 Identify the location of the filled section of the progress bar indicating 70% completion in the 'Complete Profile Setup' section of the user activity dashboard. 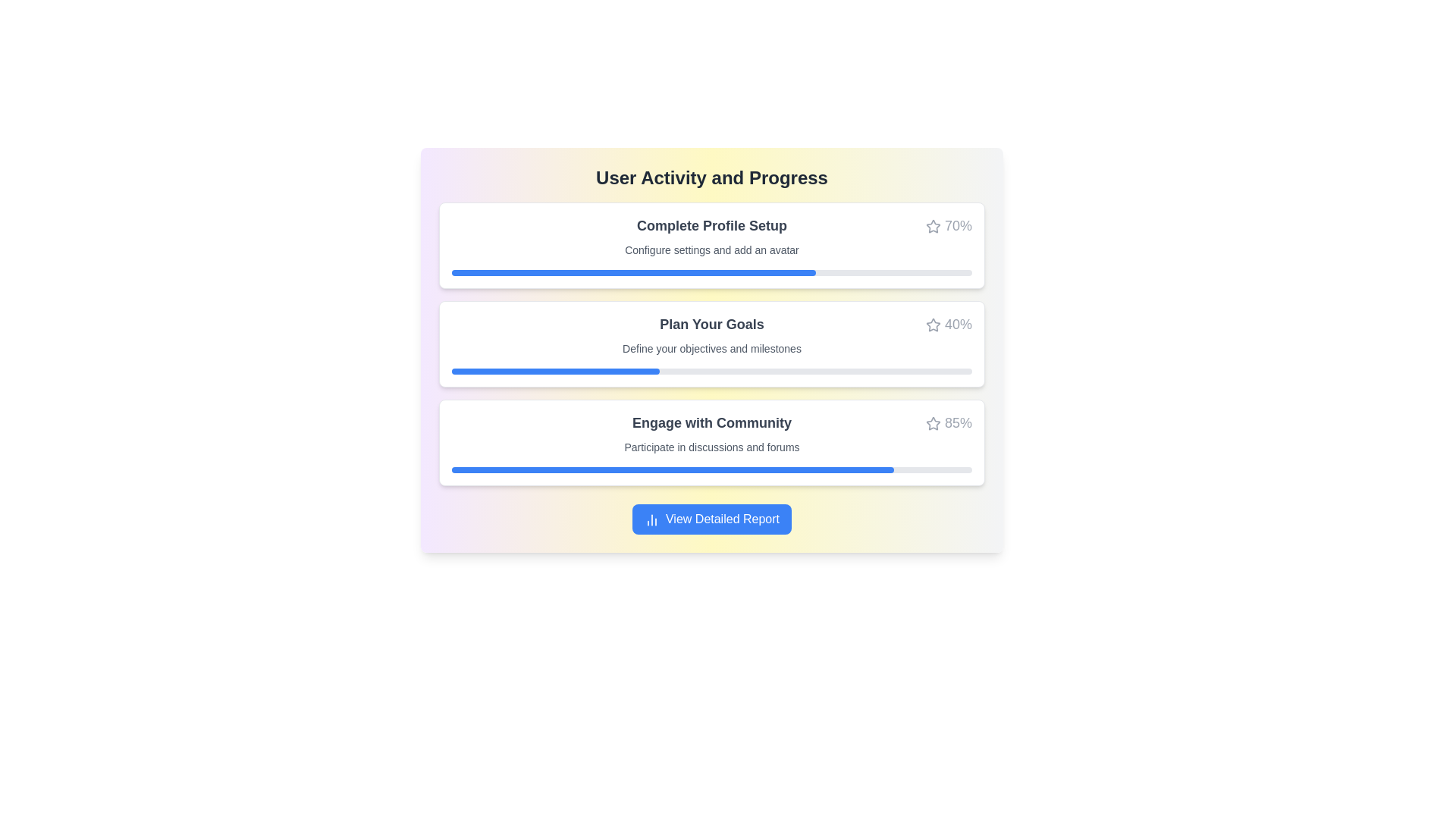
(634, 271).